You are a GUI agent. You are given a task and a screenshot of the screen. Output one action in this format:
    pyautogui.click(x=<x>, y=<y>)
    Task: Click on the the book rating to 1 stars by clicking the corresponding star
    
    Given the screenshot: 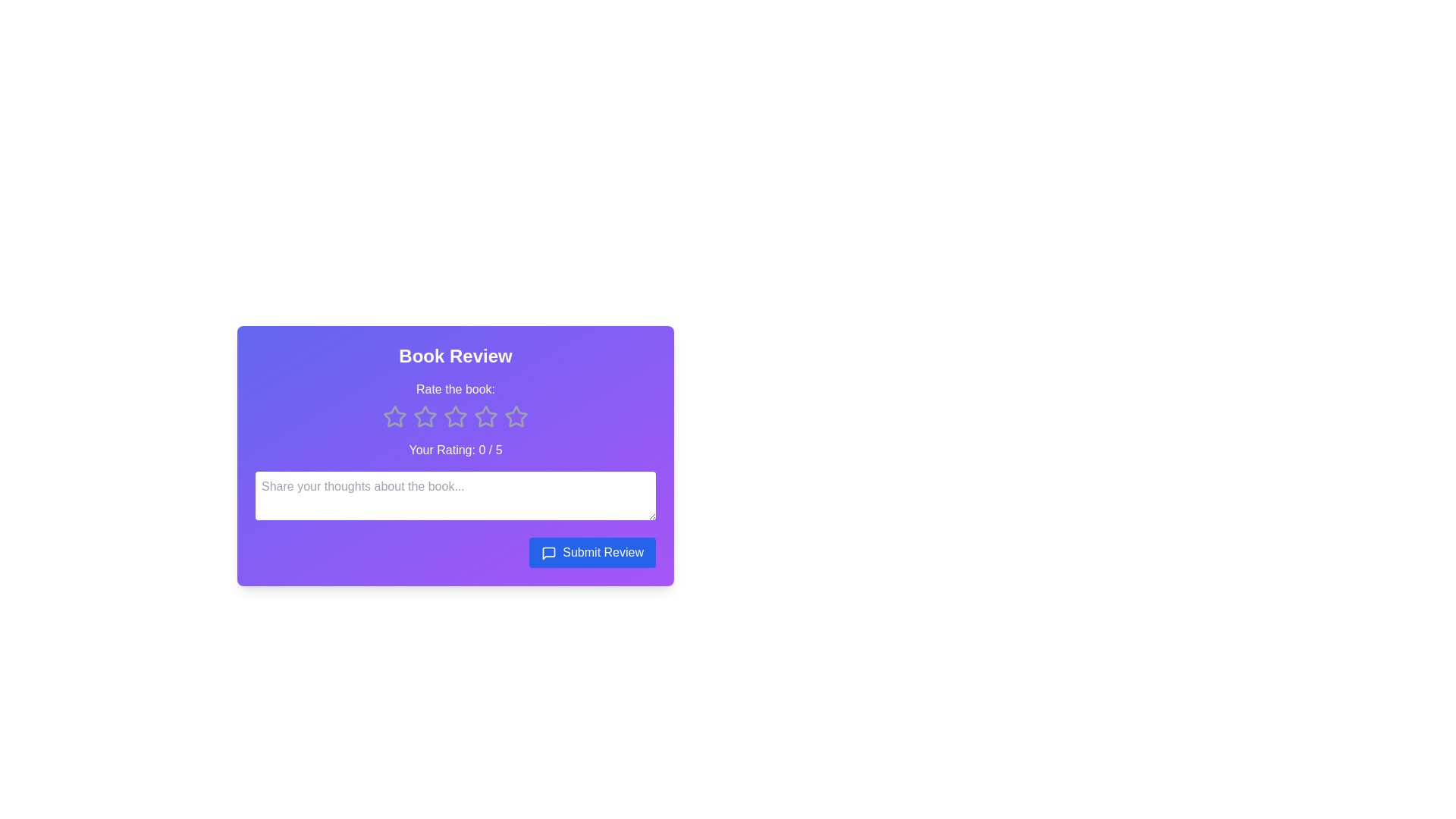 What is the action you would take?
    pyautogui.click(x=395, y=417)
    